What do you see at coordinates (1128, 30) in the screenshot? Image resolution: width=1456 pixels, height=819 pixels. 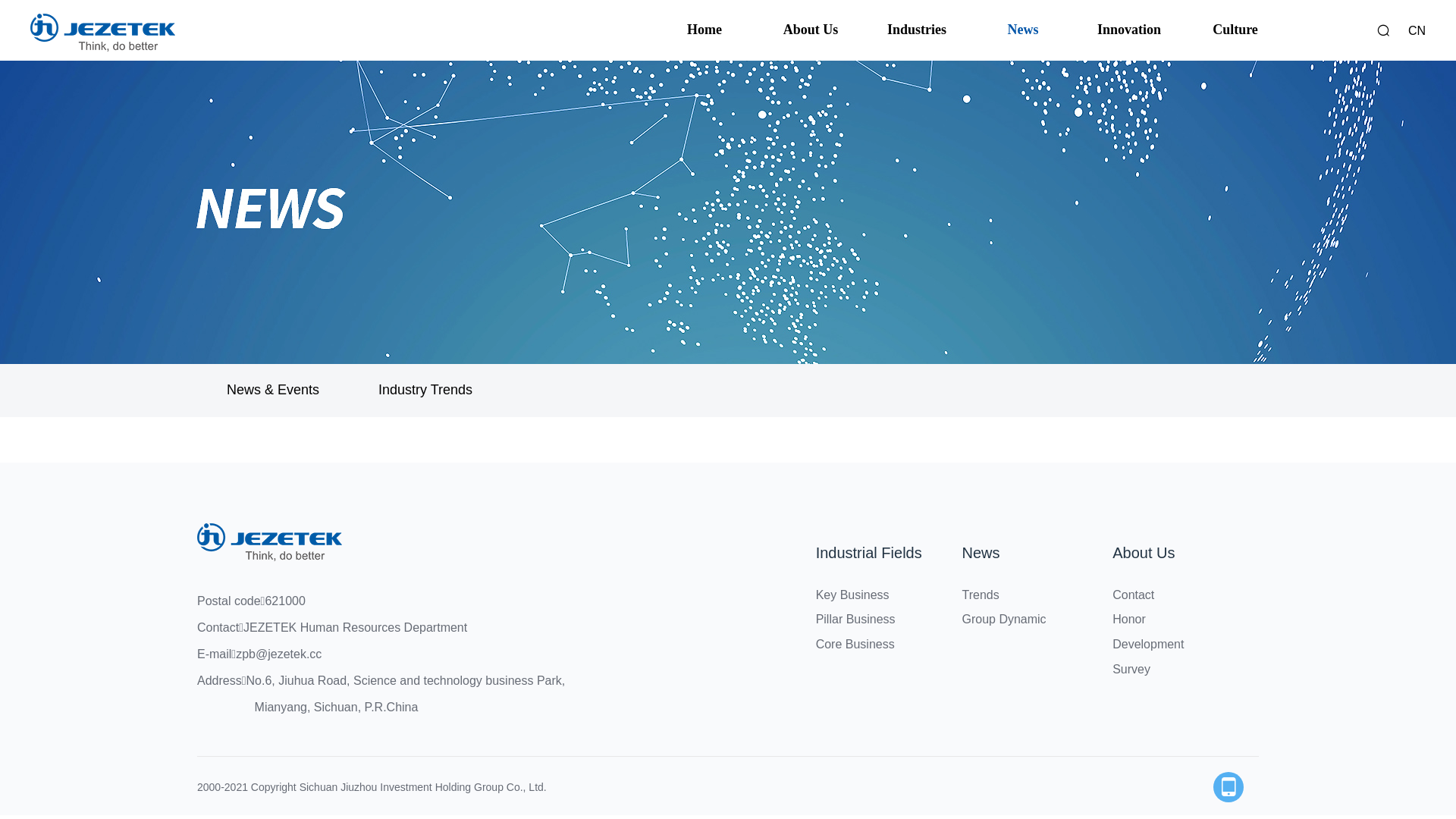 I see `'Innovation` at bounding box center [1128, 30].